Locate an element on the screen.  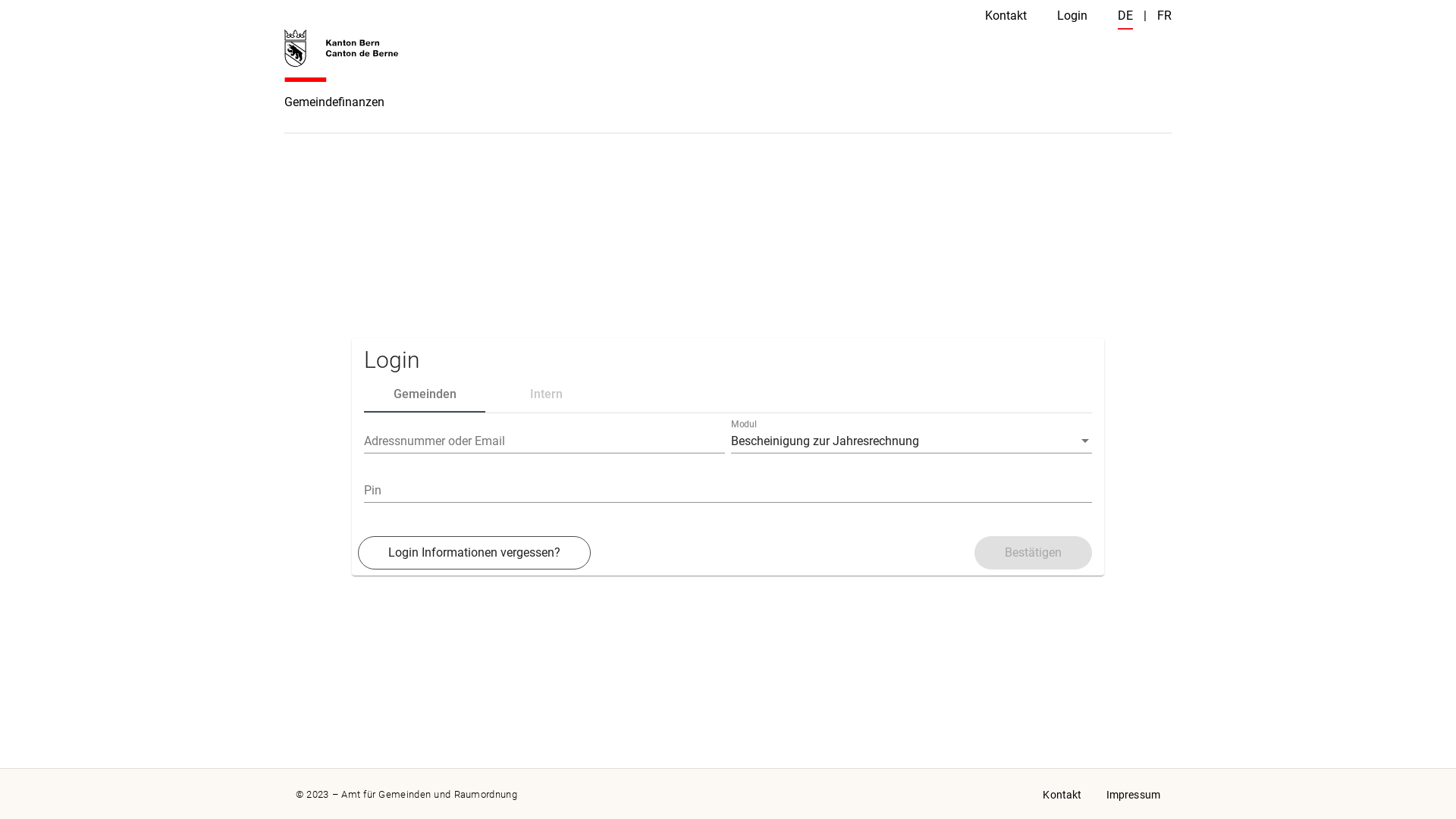
'Impressum' is located at coordinates (1133, 794).